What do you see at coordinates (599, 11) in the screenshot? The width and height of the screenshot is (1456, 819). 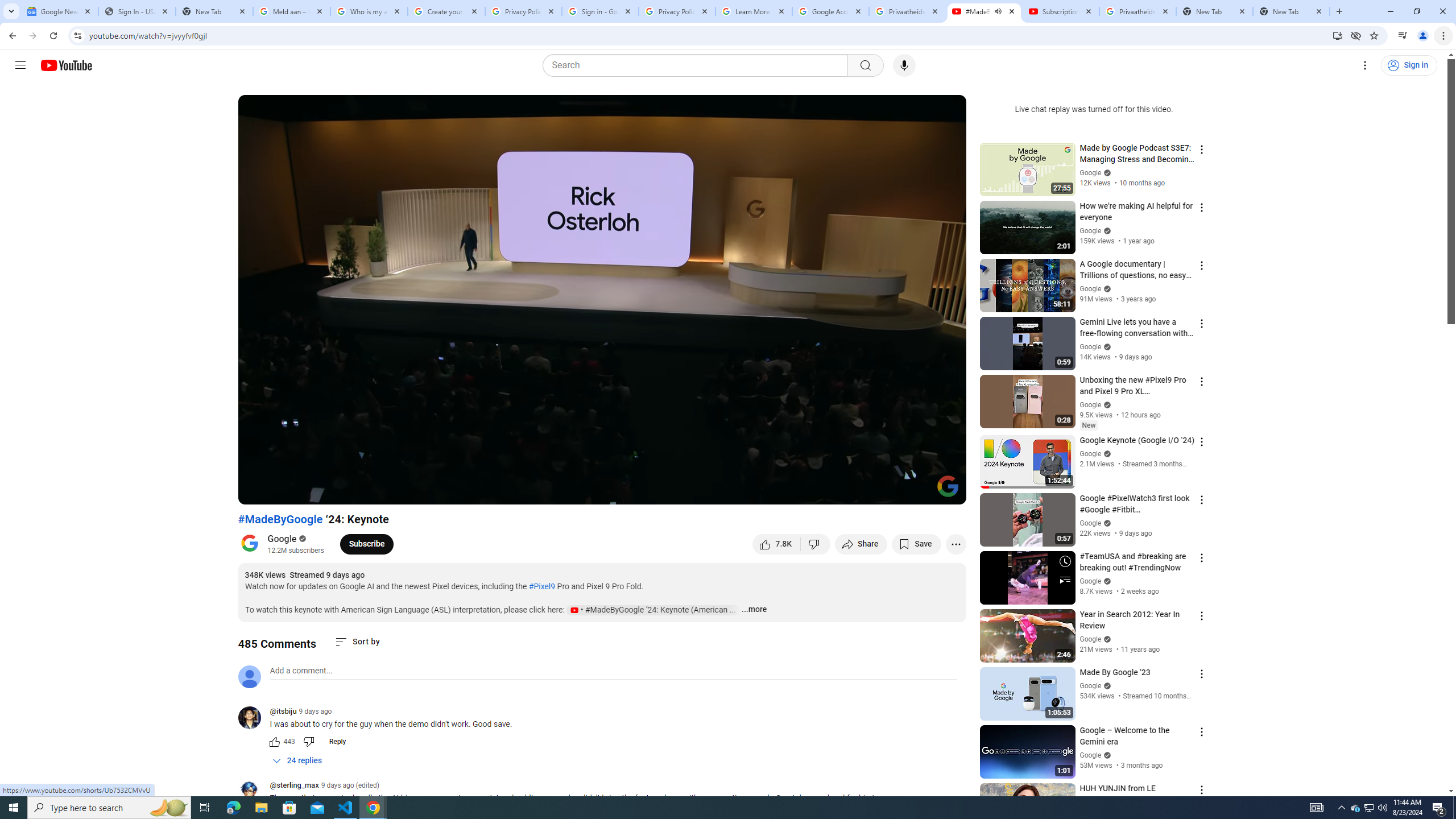 I see `'Sign in - Google Accounts'` at bounding box center [599, 11].